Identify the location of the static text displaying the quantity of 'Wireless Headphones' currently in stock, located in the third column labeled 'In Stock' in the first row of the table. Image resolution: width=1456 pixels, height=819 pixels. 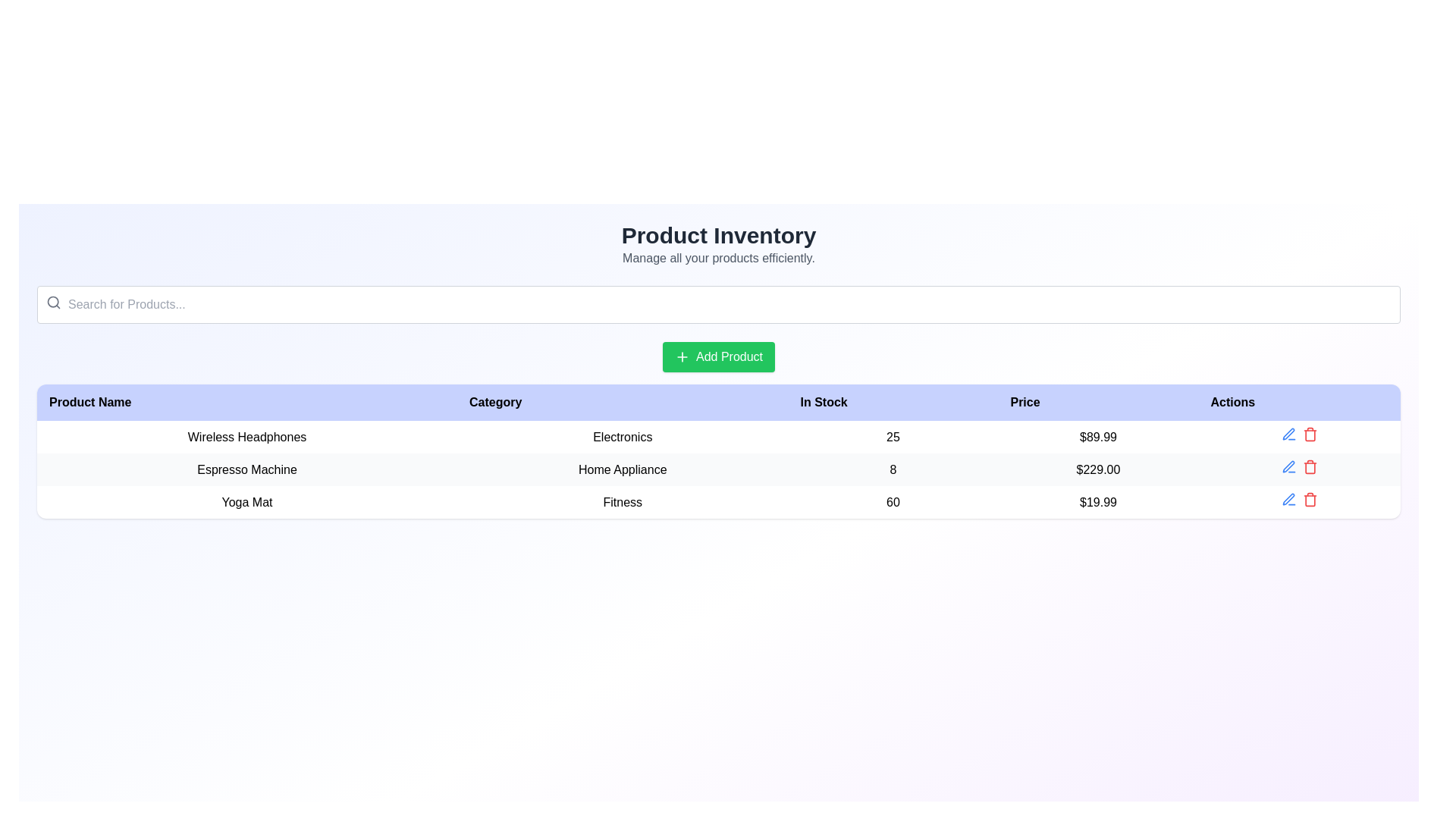
(893, 436).